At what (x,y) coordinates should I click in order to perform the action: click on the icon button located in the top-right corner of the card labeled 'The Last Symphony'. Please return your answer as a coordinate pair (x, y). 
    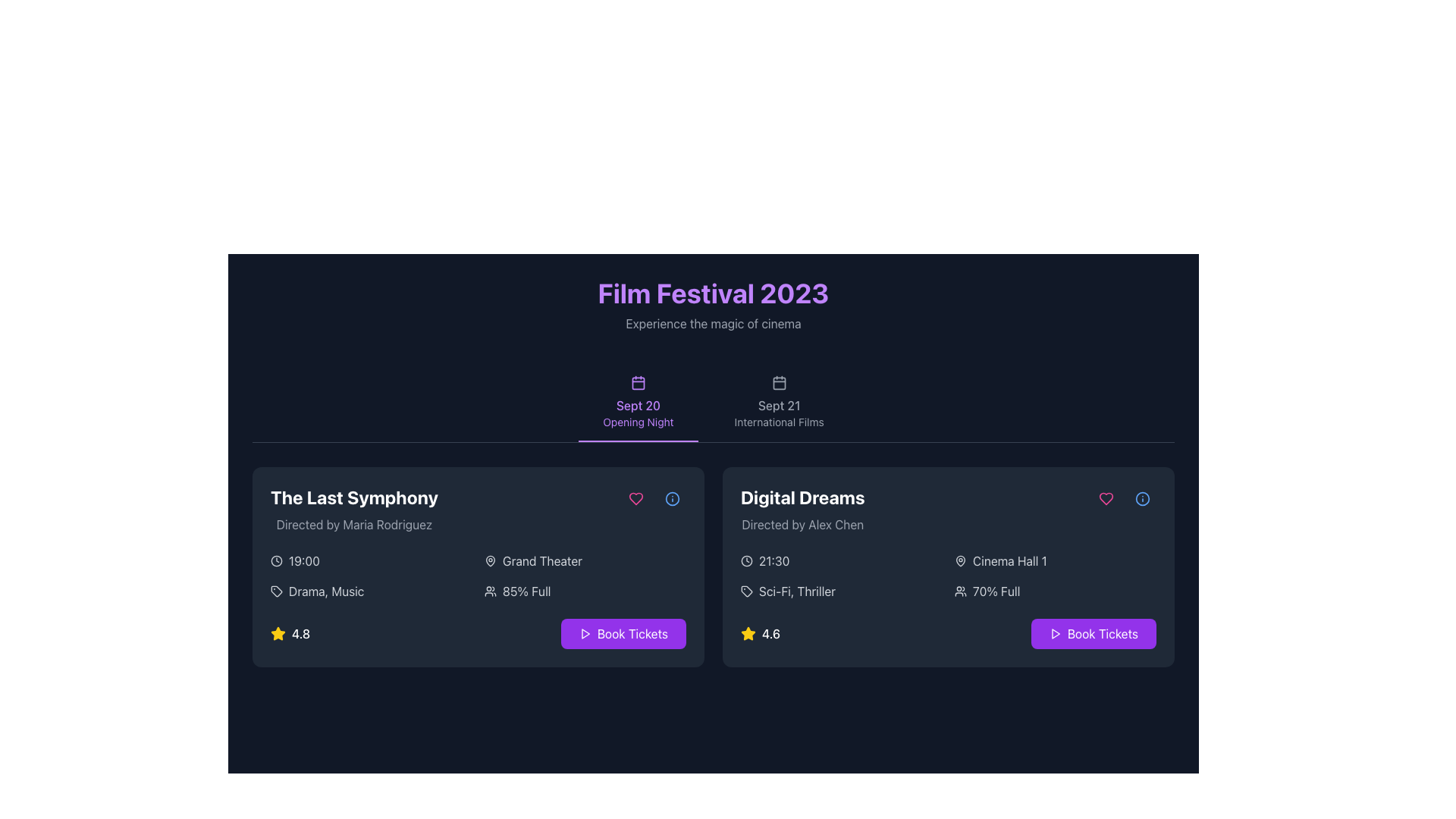
    Looking at the image, I should click on (672, 499).